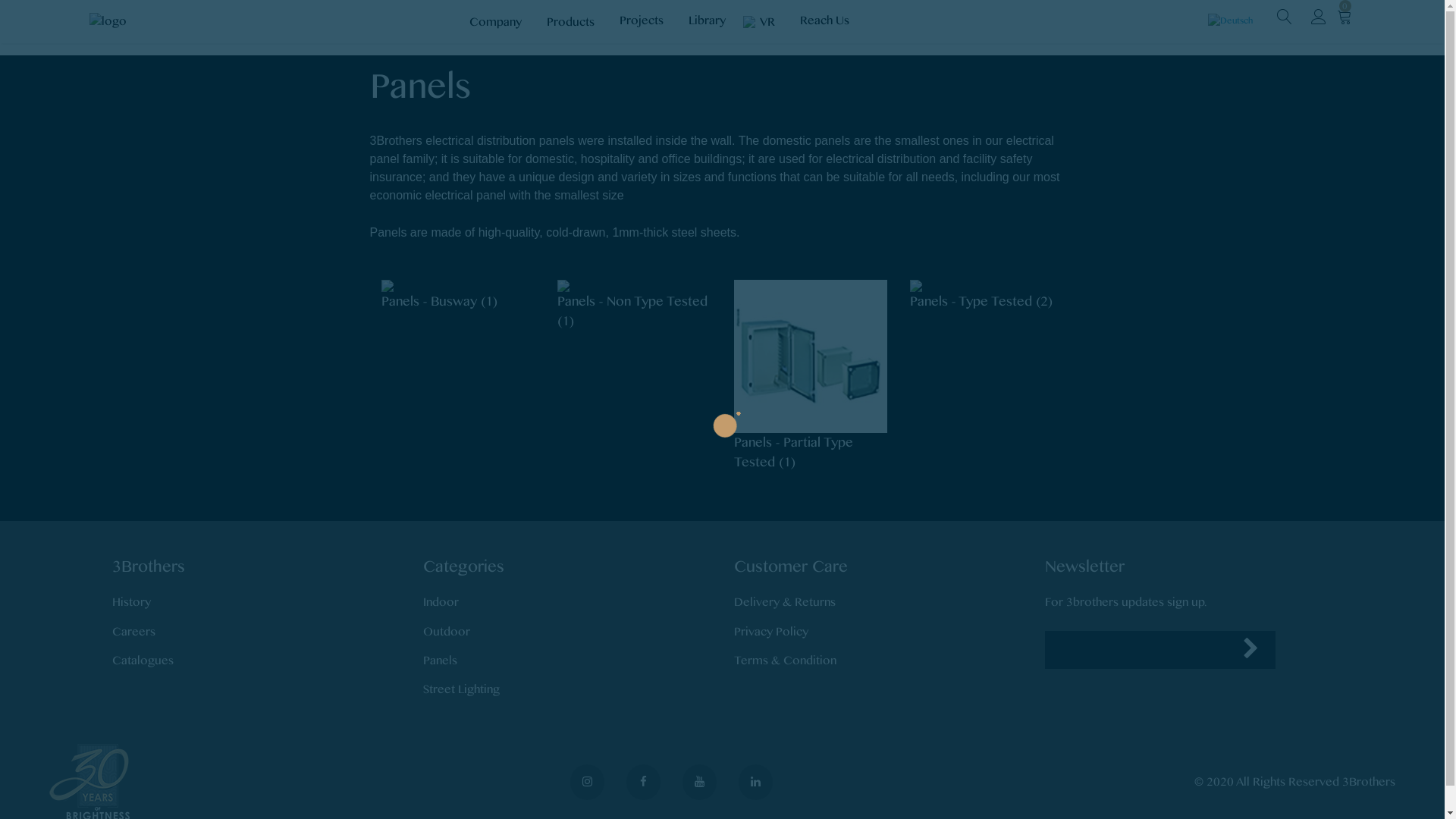 The height and width of the screenshot is (819, 1456). What do you see at coordinates (107, 21) in the screenshot?
I see `'3Brothersx'` at bounding box center [107, 21].